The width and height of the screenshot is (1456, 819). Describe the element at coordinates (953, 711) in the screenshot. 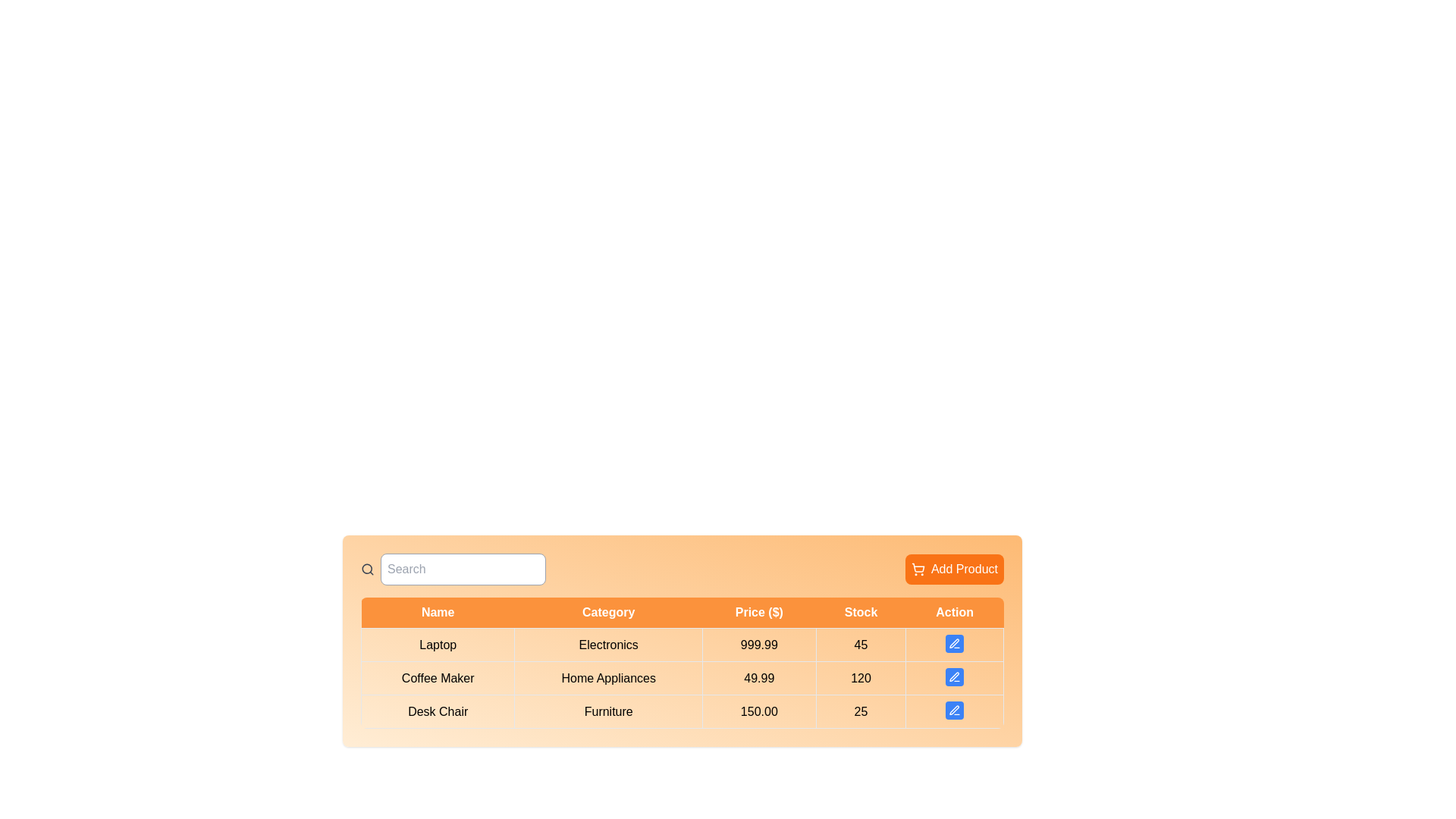

I see `the third pencil icon in the 'Action' column` at that location.